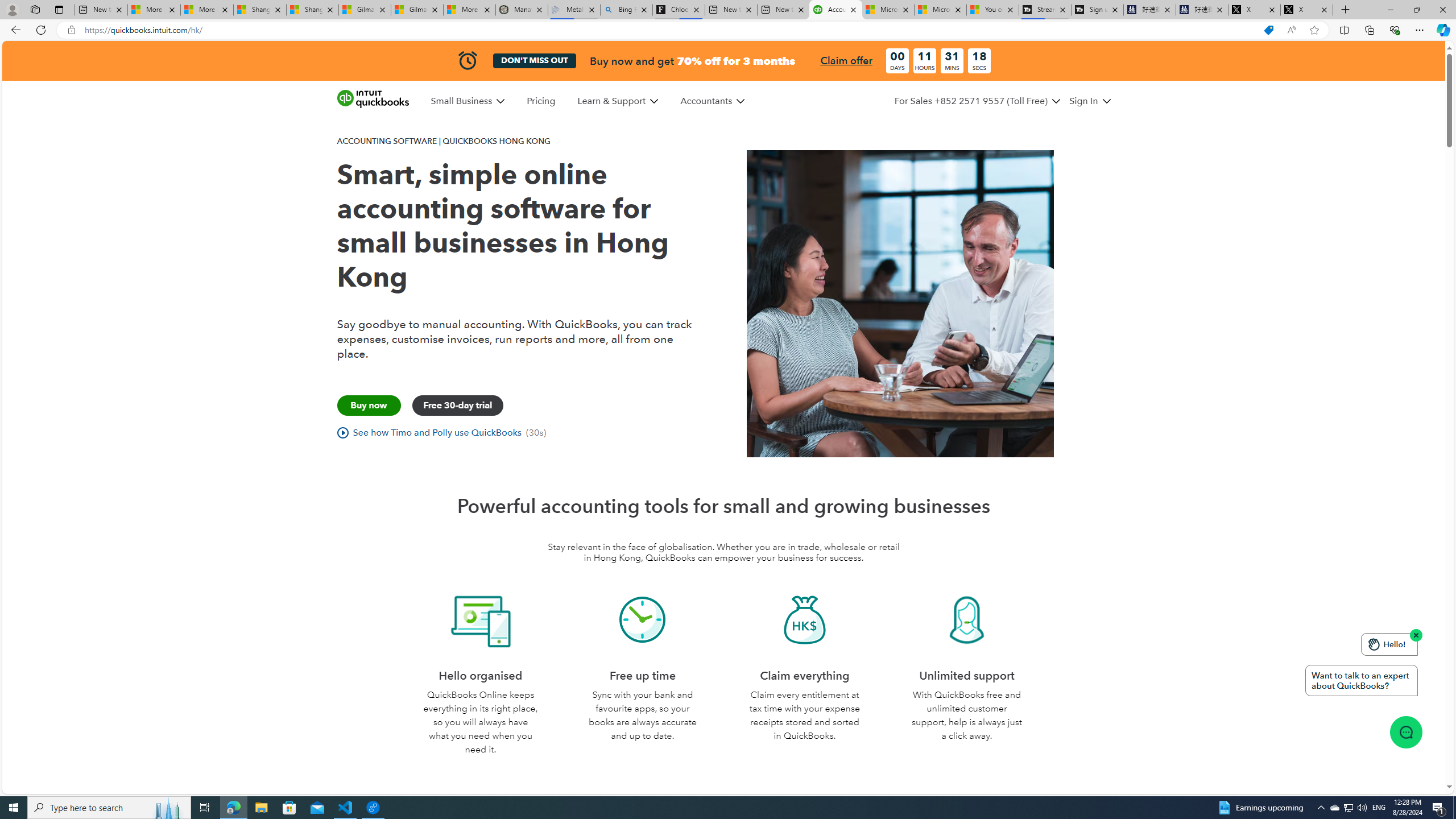 The height and width of the screenshot is (819, 1456). What do you see at coordinates (1314, 30) in the screenshot?
I see `'Add this page to favorites (Ctrl+D)'` at bounding box center [1314, 30].